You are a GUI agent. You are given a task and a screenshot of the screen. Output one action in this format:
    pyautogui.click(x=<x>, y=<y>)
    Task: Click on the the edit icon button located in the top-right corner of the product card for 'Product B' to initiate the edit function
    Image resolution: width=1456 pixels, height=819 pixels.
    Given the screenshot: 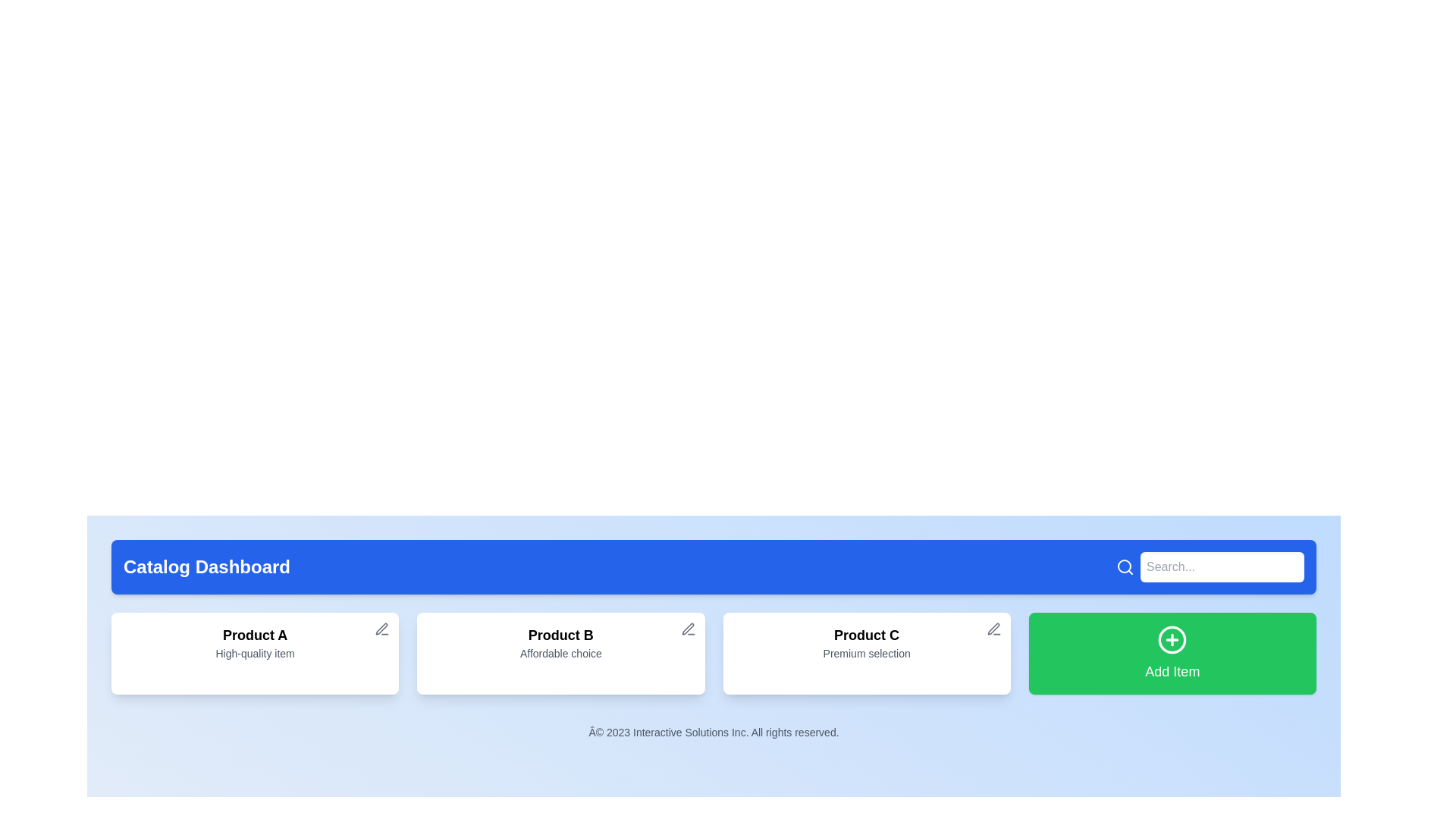 What is the action you would take?
    pyautogui.click(x=687, y=629)
    